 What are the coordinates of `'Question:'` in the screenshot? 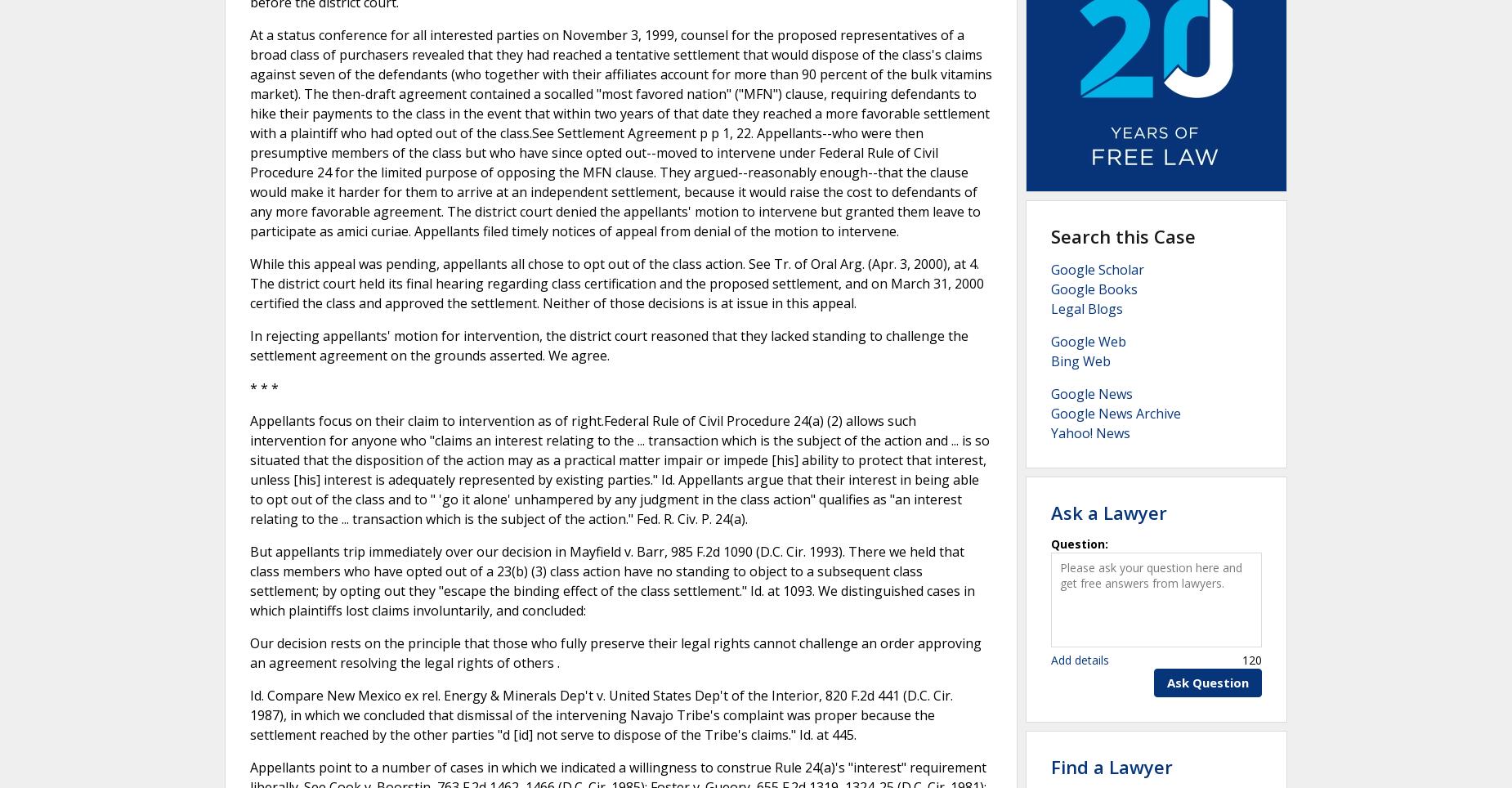 It's located at (1079, 542).